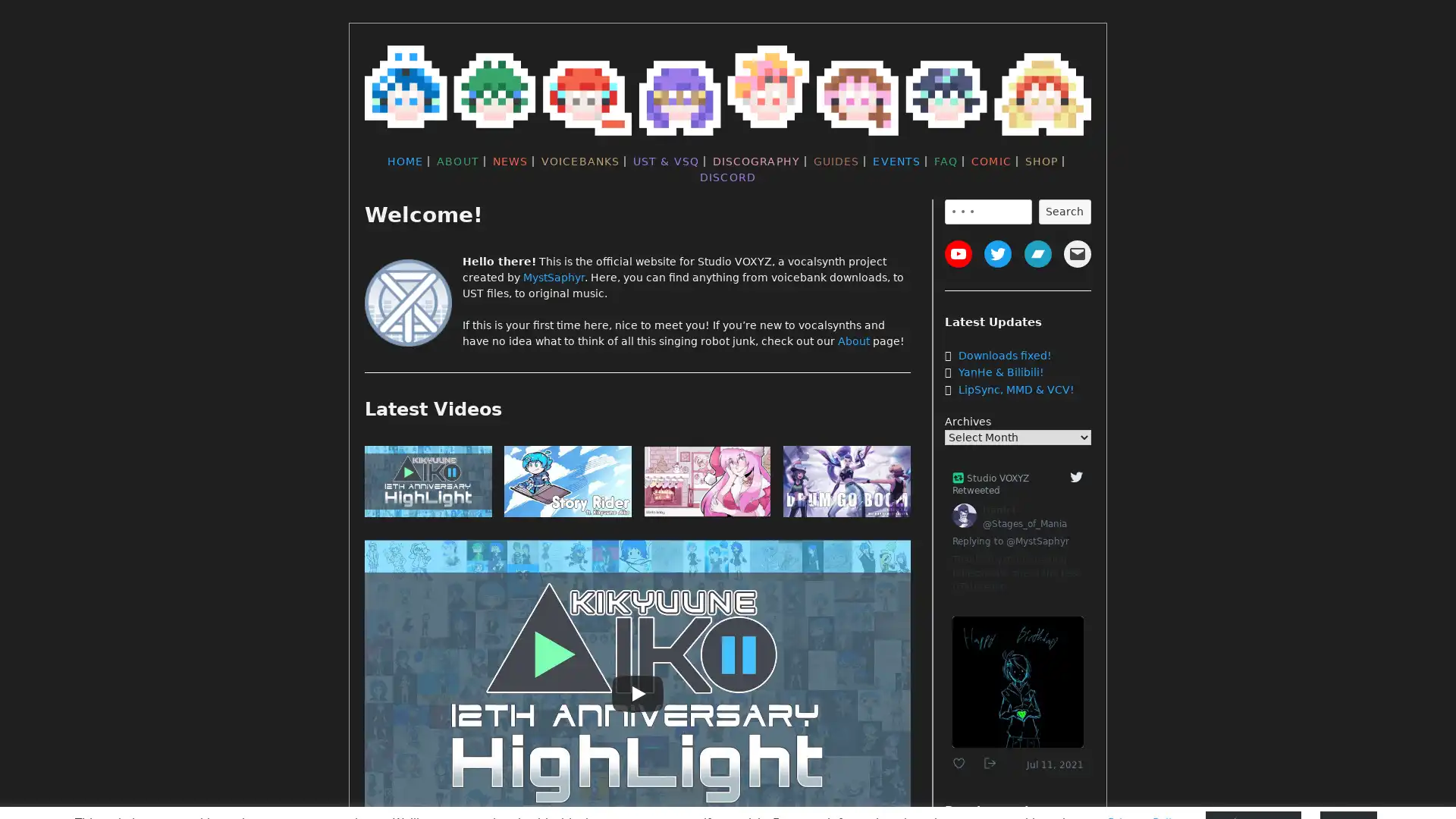 Image resolution: width=1456 pixels, height=819 pixels. What do you see at coordinates (1063, 211) in the screenshot?
I see `Search` at bounding box center [1063, 211].